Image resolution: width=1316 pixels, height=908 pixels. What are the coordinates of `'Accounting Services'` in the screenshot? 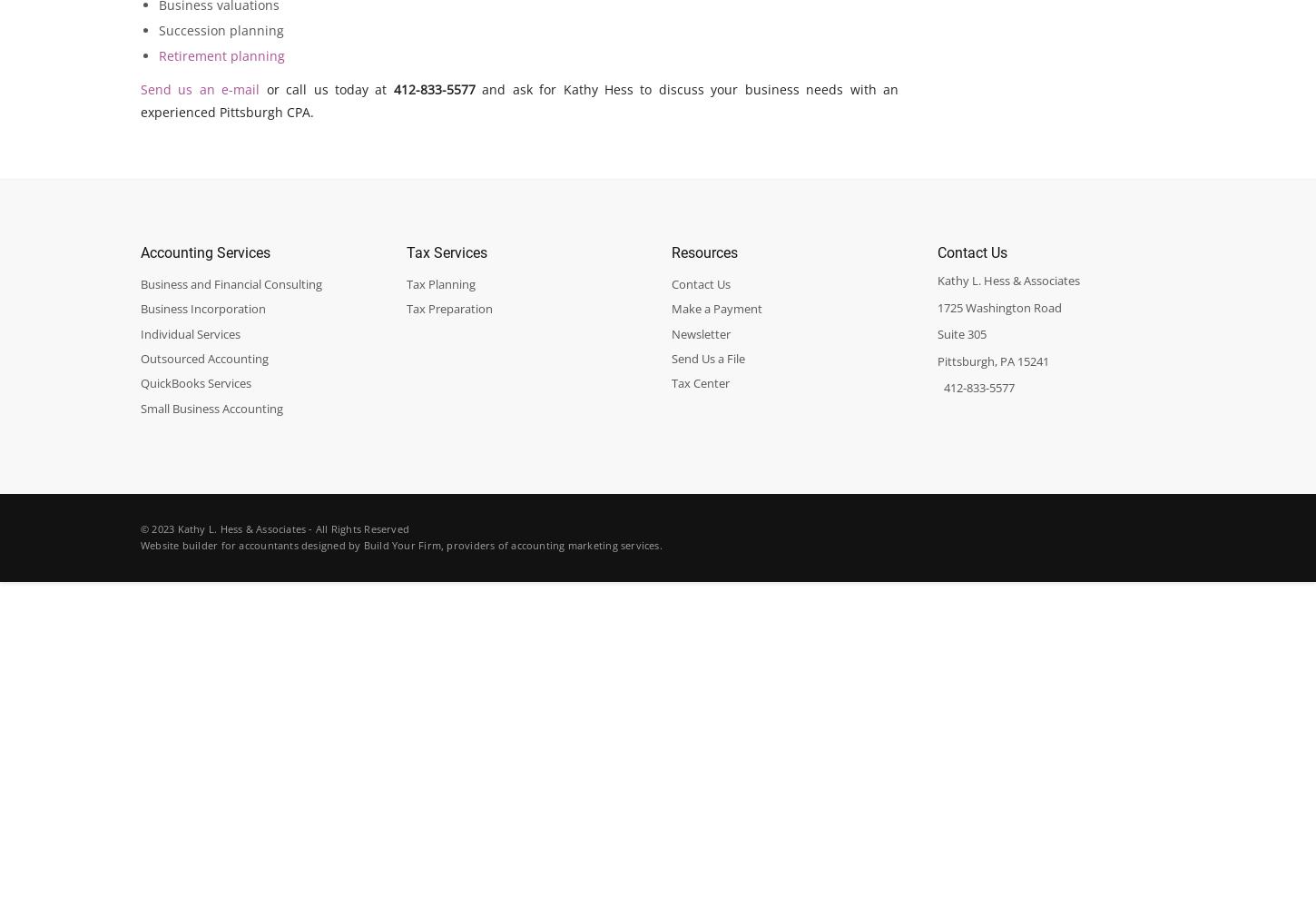 It's located at (204, 252).